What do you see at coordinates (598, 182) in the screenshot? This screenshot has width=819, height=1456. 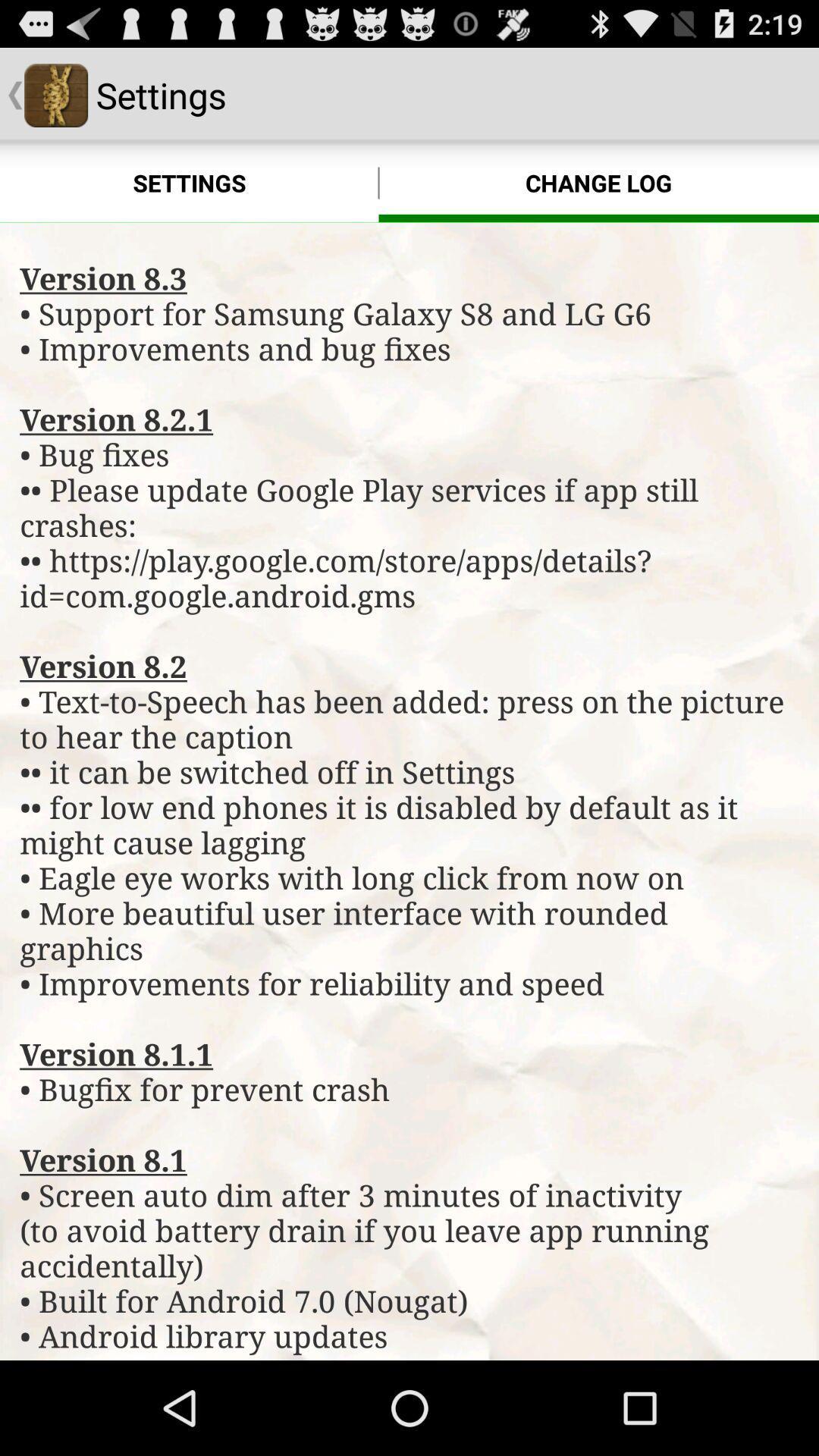 I see `change log item` at bounding box center [598, 182].